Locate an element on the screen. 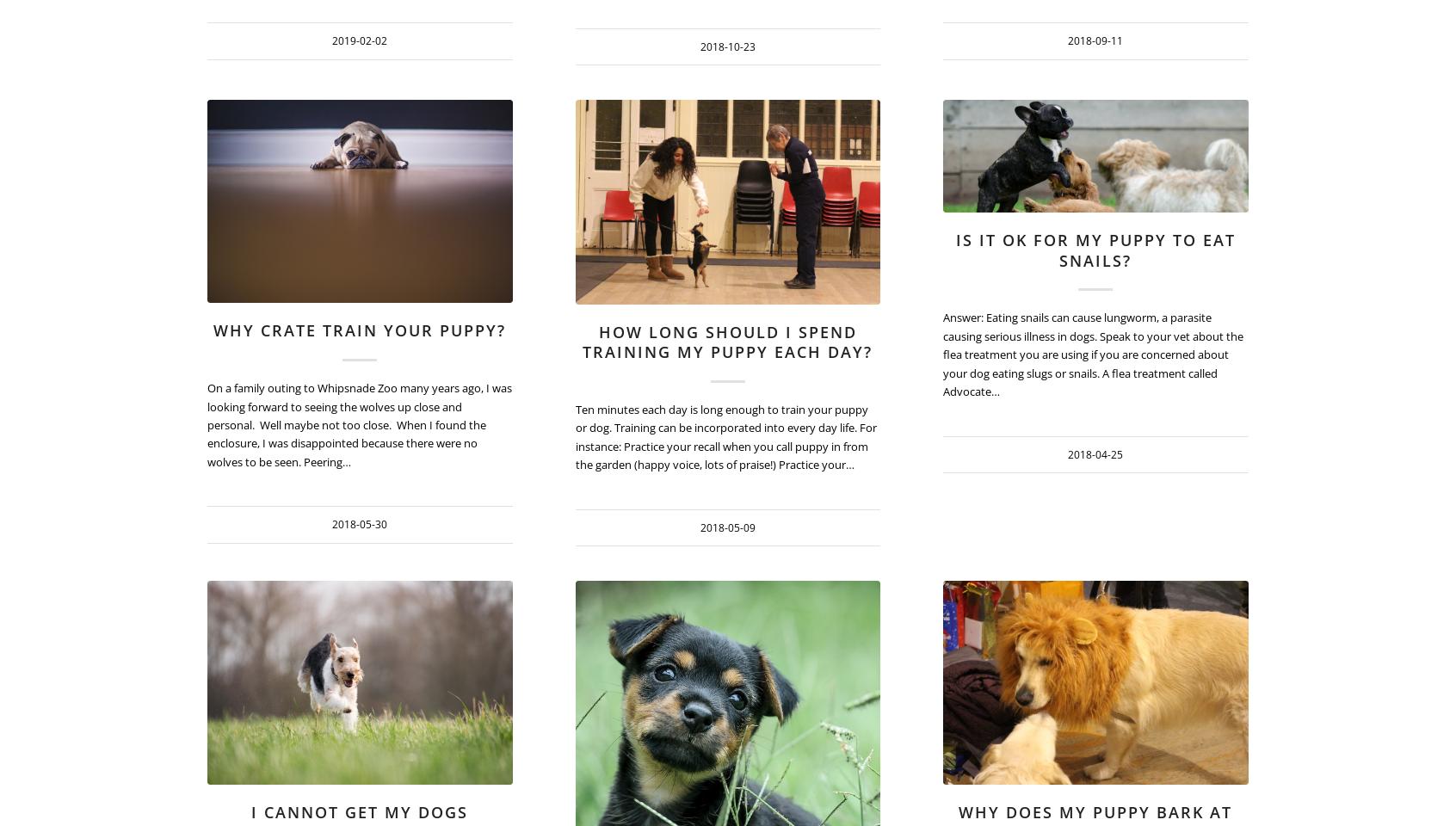  'https://www.enfielddogtraining.co.uk/wp-content/uploads/2018/05/pug-1209129_640.jpg' is located at coordinates (511, 126).